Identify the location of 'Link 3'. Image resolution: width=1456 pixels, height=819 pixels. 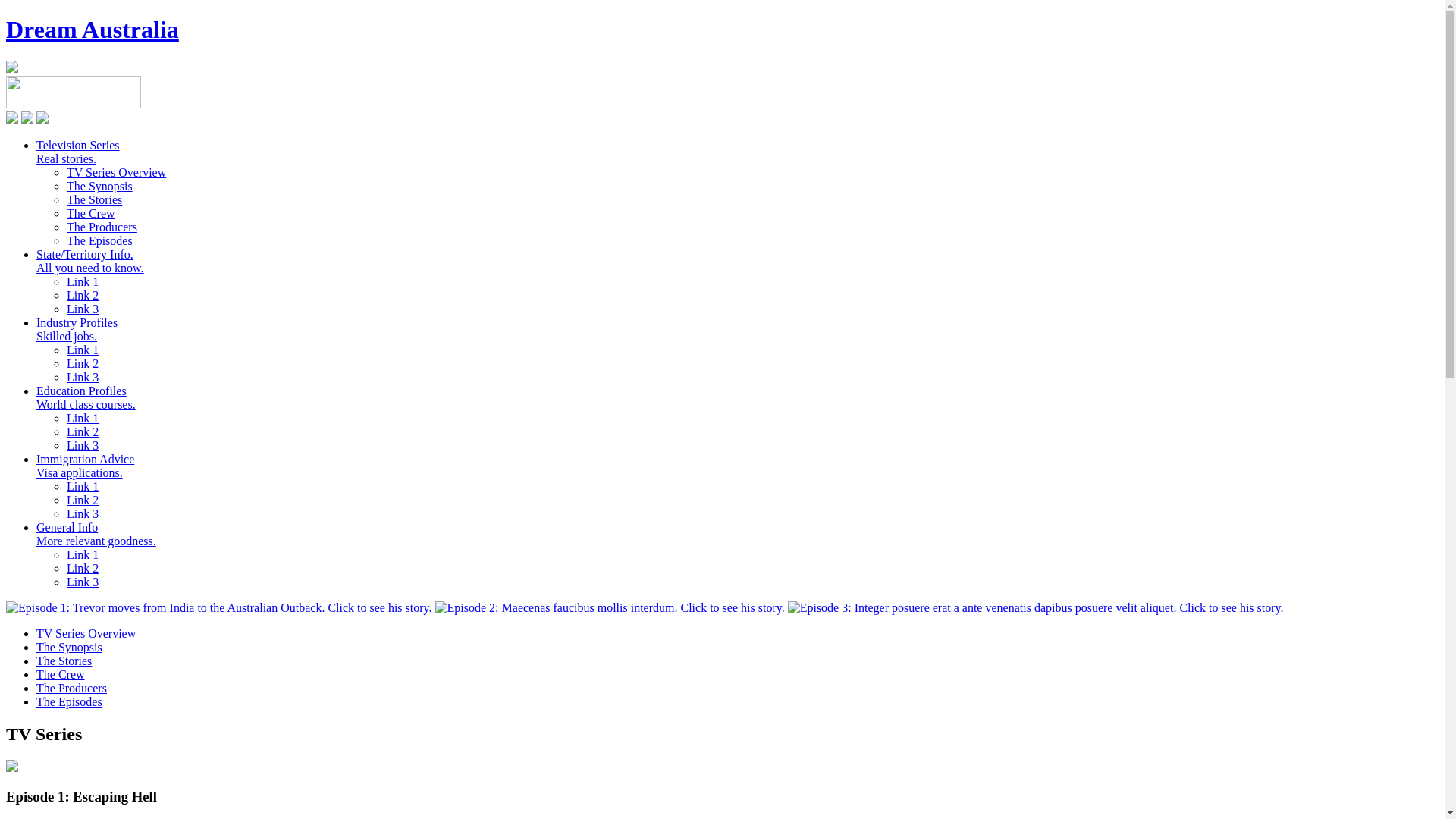
(82, 376).